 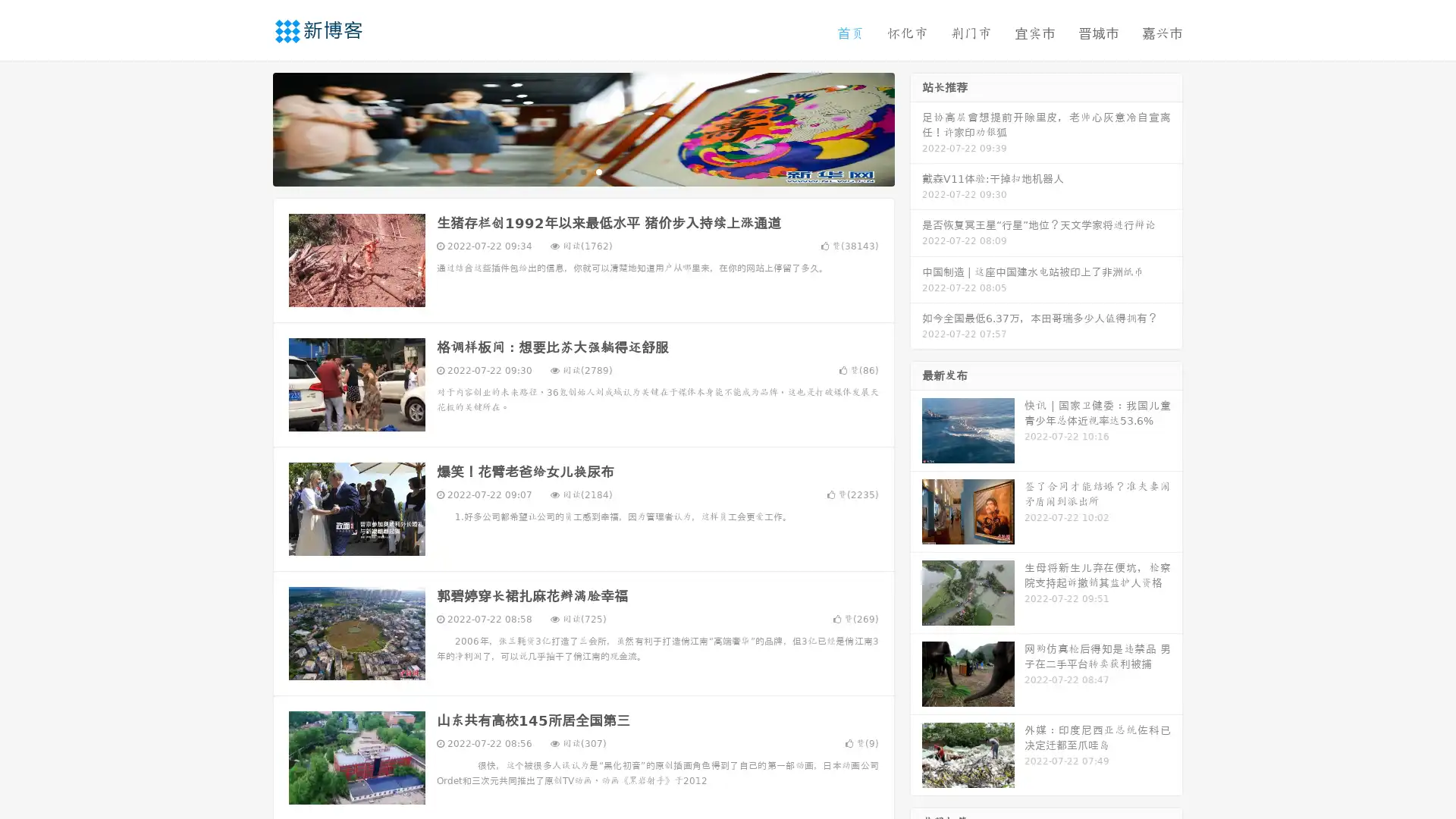 I want to click on Next slide, so click(x=916, y=127).